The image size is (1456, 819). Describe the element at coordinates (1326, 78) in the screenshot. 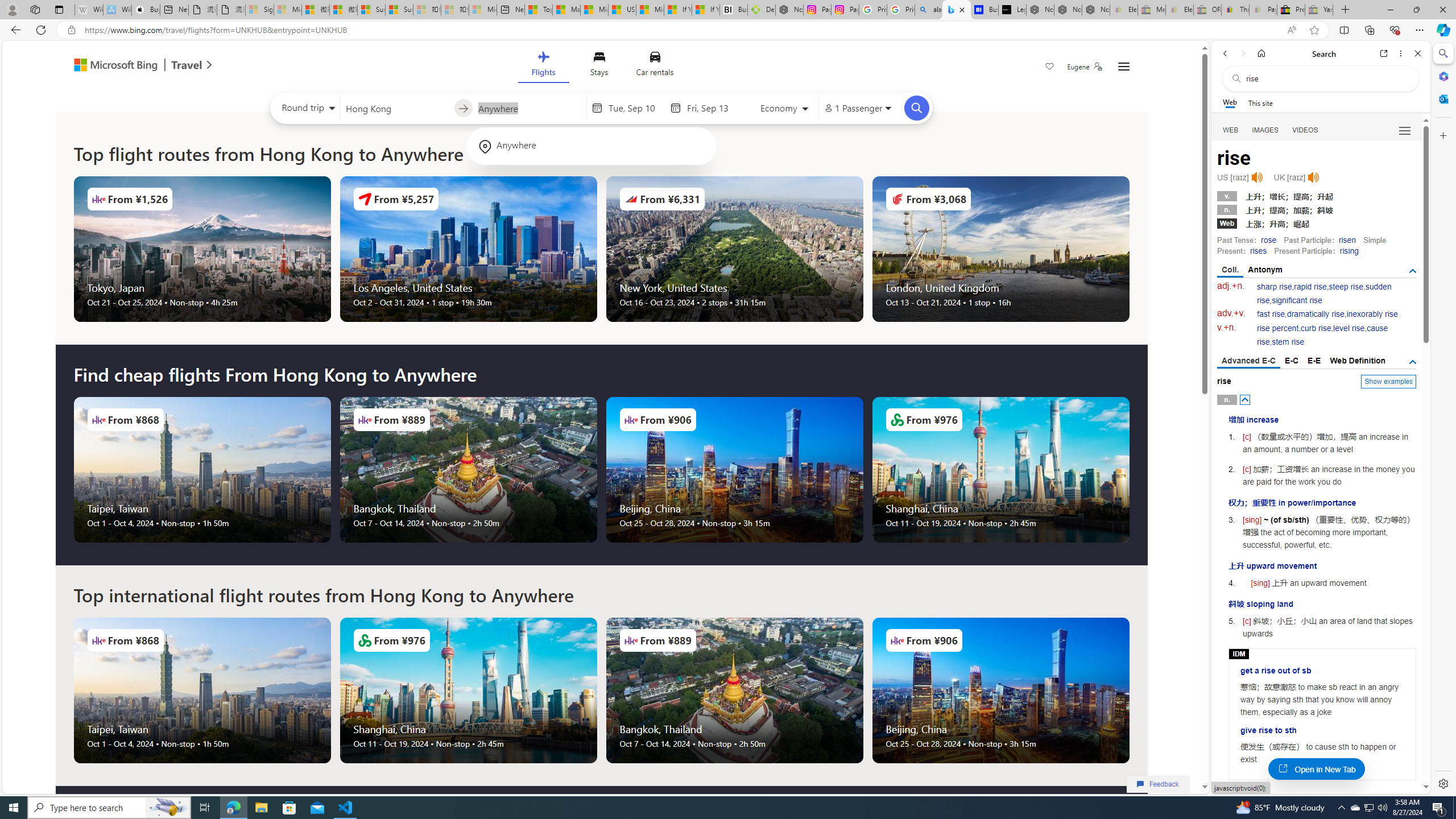

I see `'Search the web'` at that location.